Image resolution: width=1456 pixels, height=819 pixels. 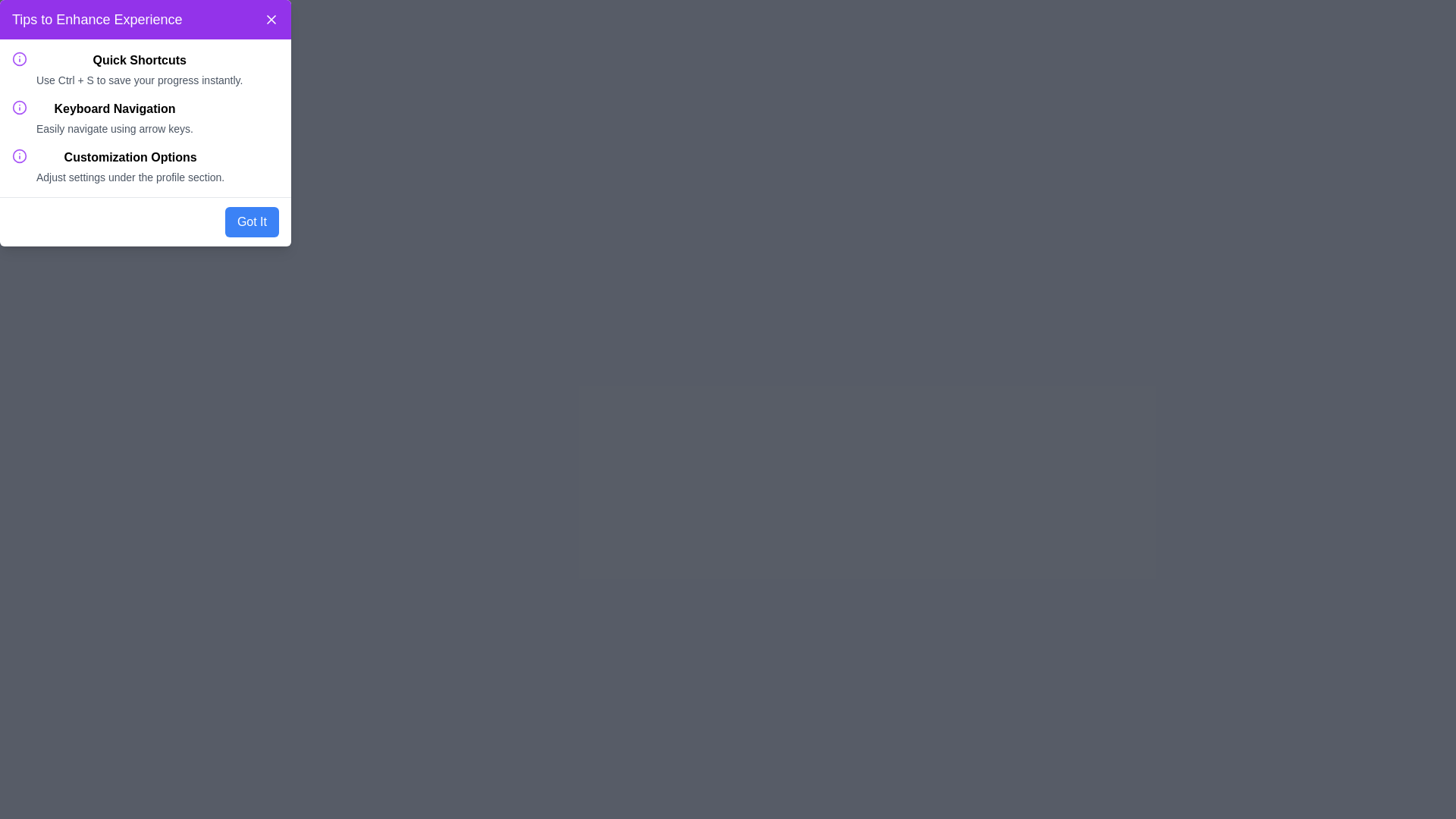 What do you see at coordinates (252, 222) in the screenshot?
I see `the rectangular button with rounded corners that reads 'Got It'` at bounding box center [252, 222].